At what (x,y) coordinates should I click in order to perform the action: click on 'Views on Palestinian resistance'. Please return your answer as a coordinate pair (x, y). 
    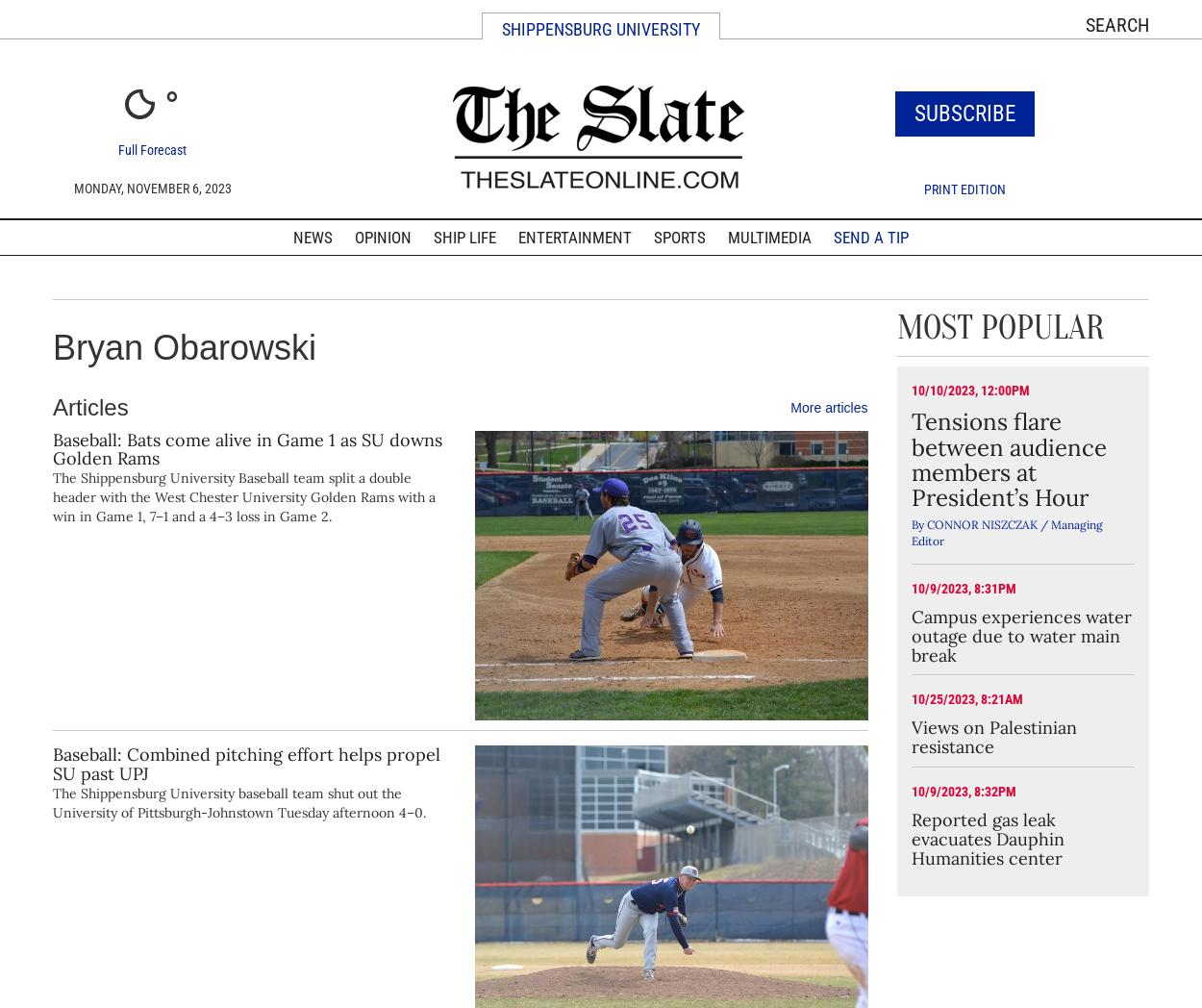
    Looking at the image, I should click on (910, 737).